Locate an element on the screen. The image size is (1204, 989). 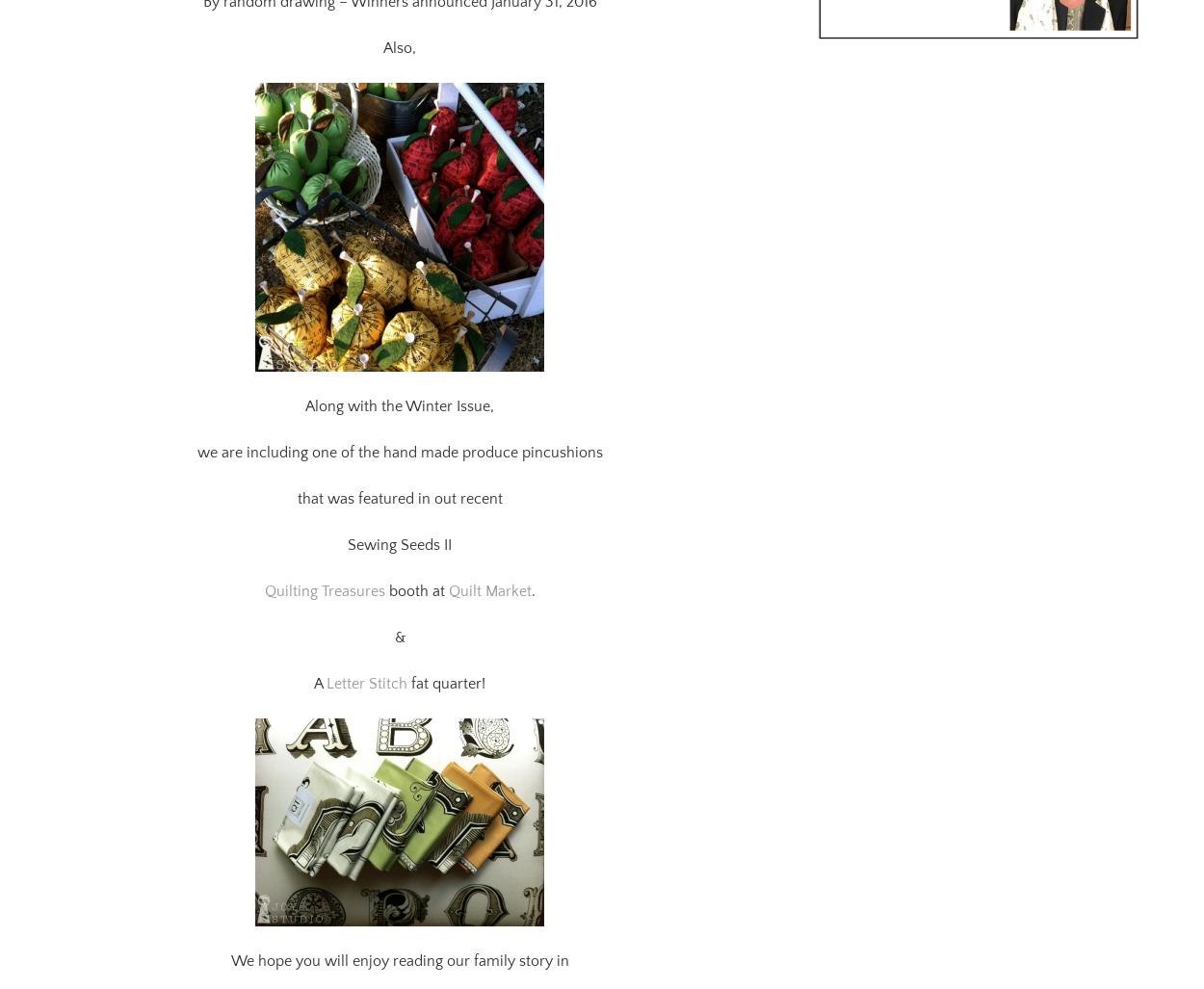
'Also,' is located at coordinates (383, 24).